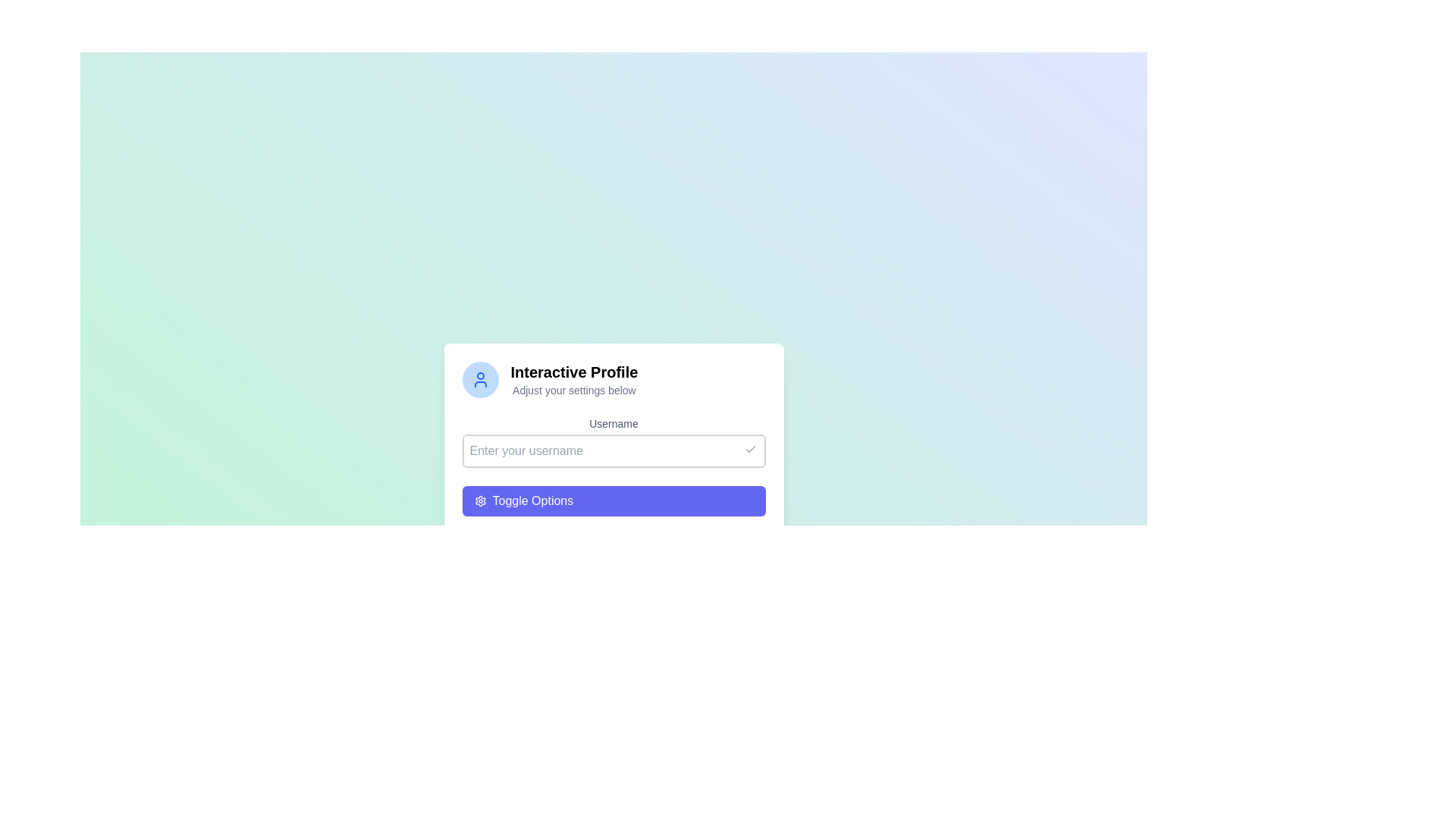 This screenshot has height=819, width=1456. What do you see at coordinates (479, 500) in the screenshot?
I see `the gear-shaped icon with a blue background and white outlines, located to the left of the 'Toggle Options' button` at bounding box center [479, 500].